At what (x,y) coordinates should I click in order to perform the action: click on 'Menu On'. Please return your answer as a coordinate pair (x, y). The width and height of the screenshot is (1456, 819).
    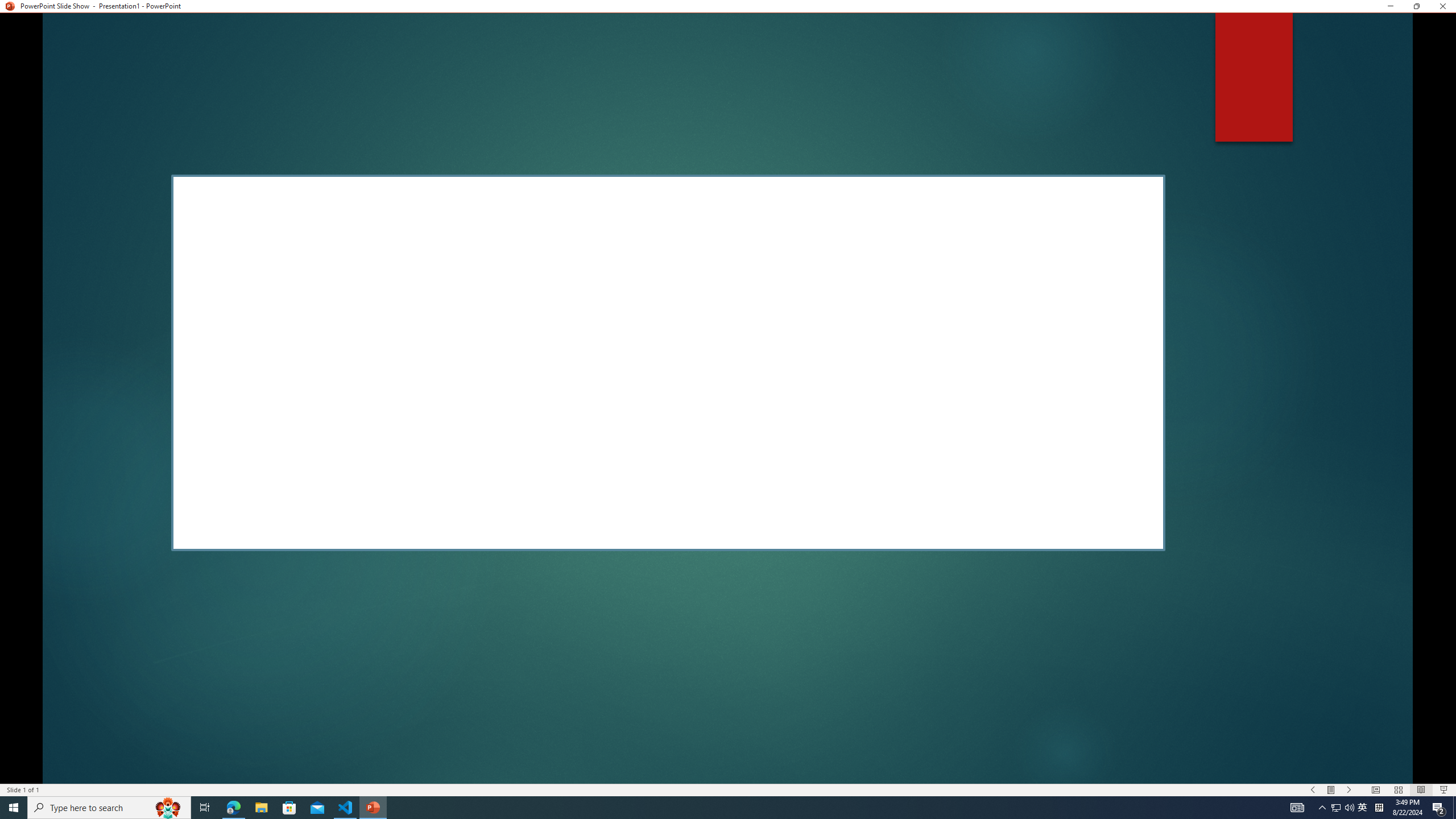
    Looking at the image, I should click on (1331, 790).